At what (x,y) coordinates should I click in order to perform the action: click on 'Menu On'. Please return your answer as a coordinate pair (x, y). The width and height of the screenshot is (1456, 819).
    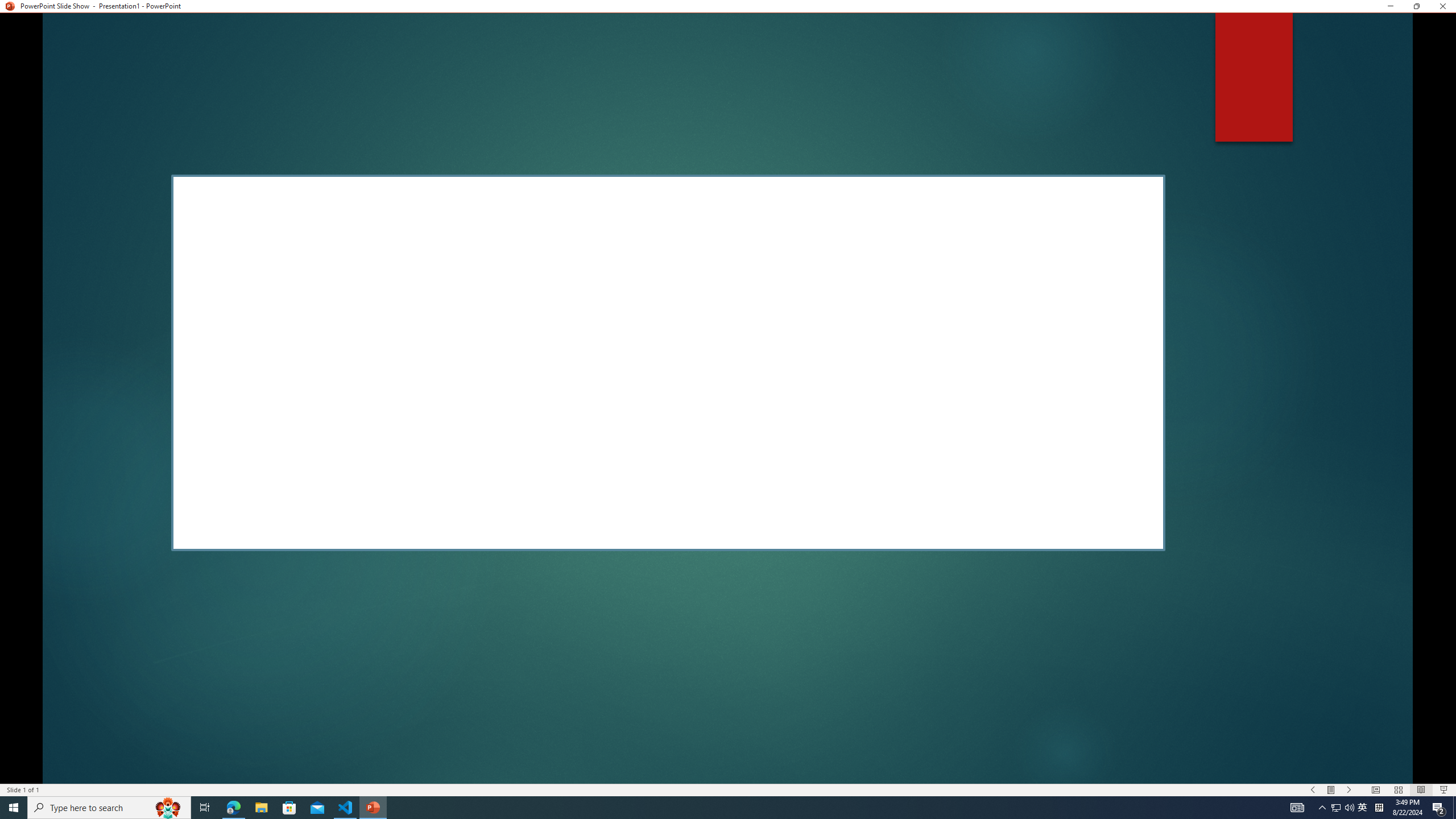
    Looking at the image, I should click on (1331, 790).